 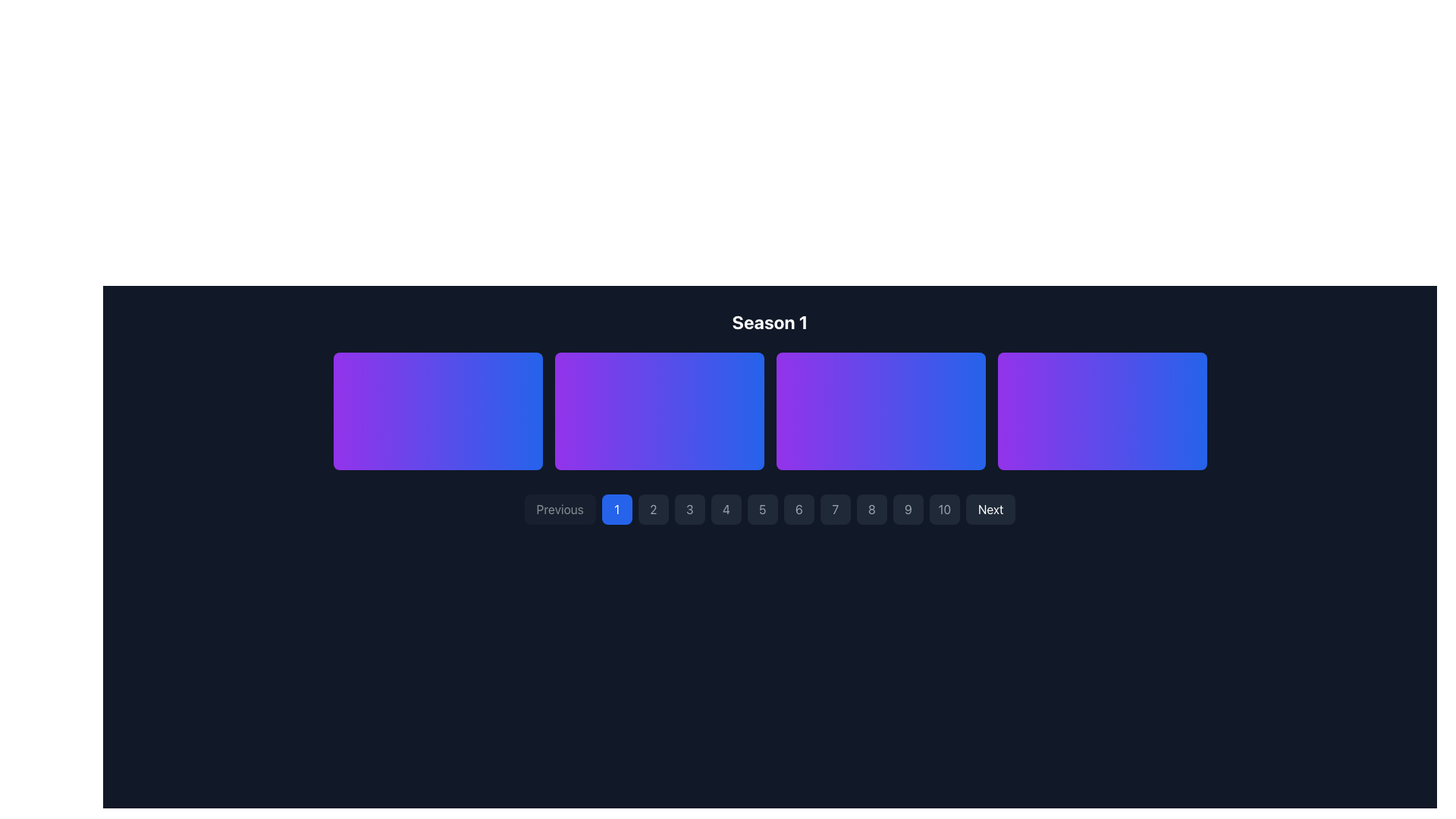 I want to click on the second button in the bottom center navigation bar, so click(x=617, y=510).